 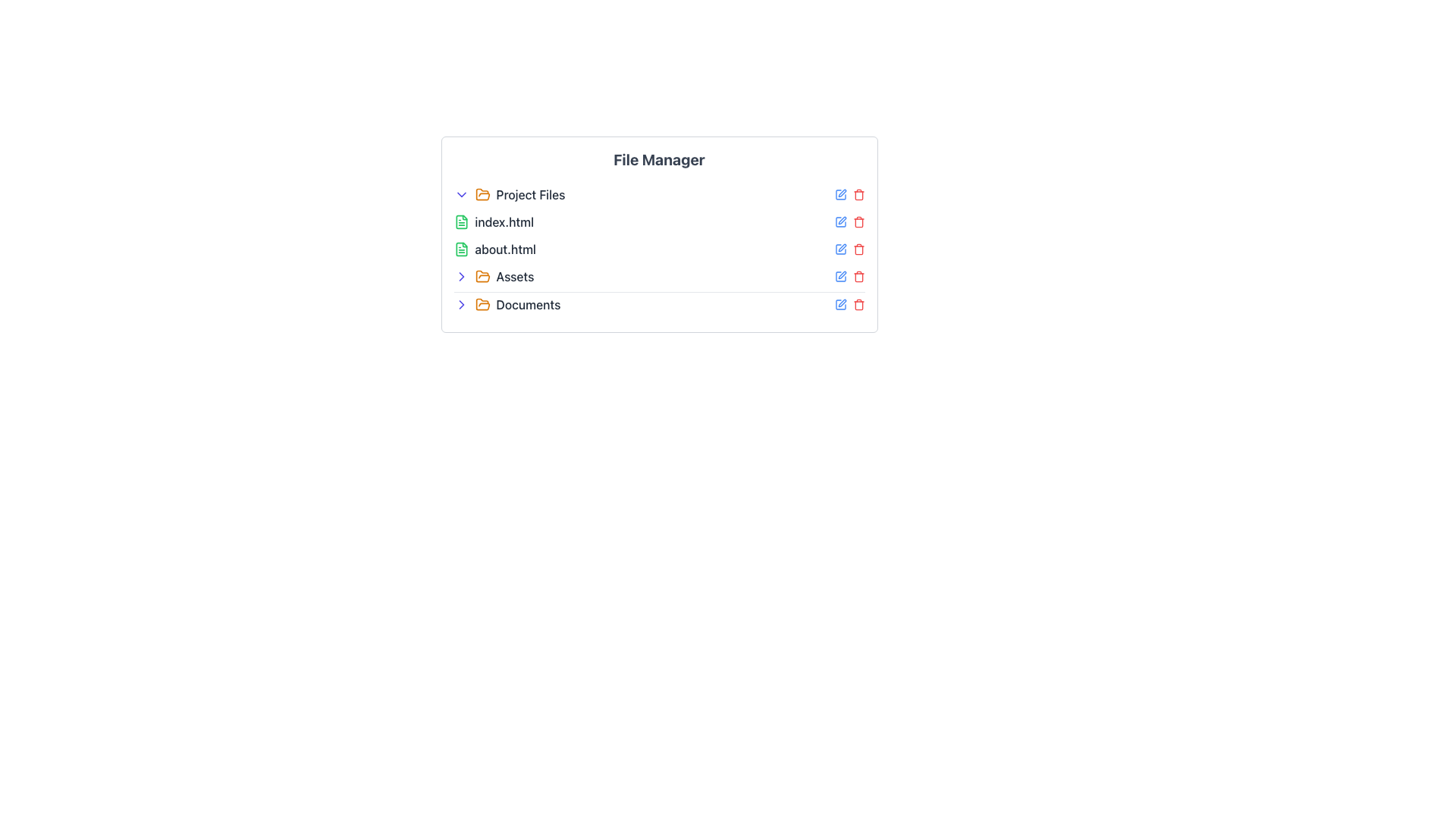 What do you see at coordinates (460, 304) in the screenshot?
I see `the Chevron icon next to the 'Documents' list item` at bounding box center [460, 304].